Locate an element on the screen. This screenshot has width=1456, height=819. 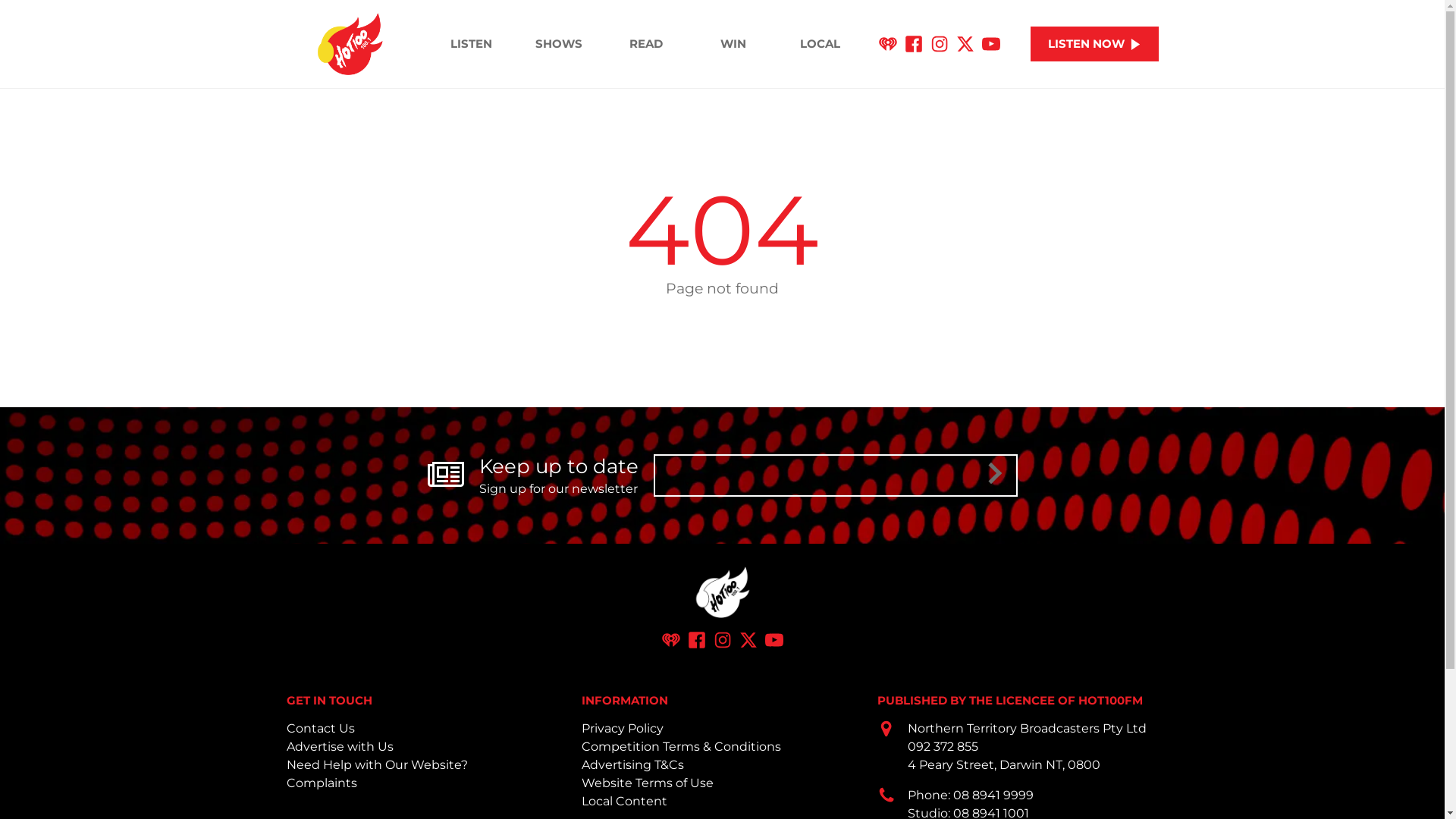
'Instagram' is located at coordinates (720, 639).